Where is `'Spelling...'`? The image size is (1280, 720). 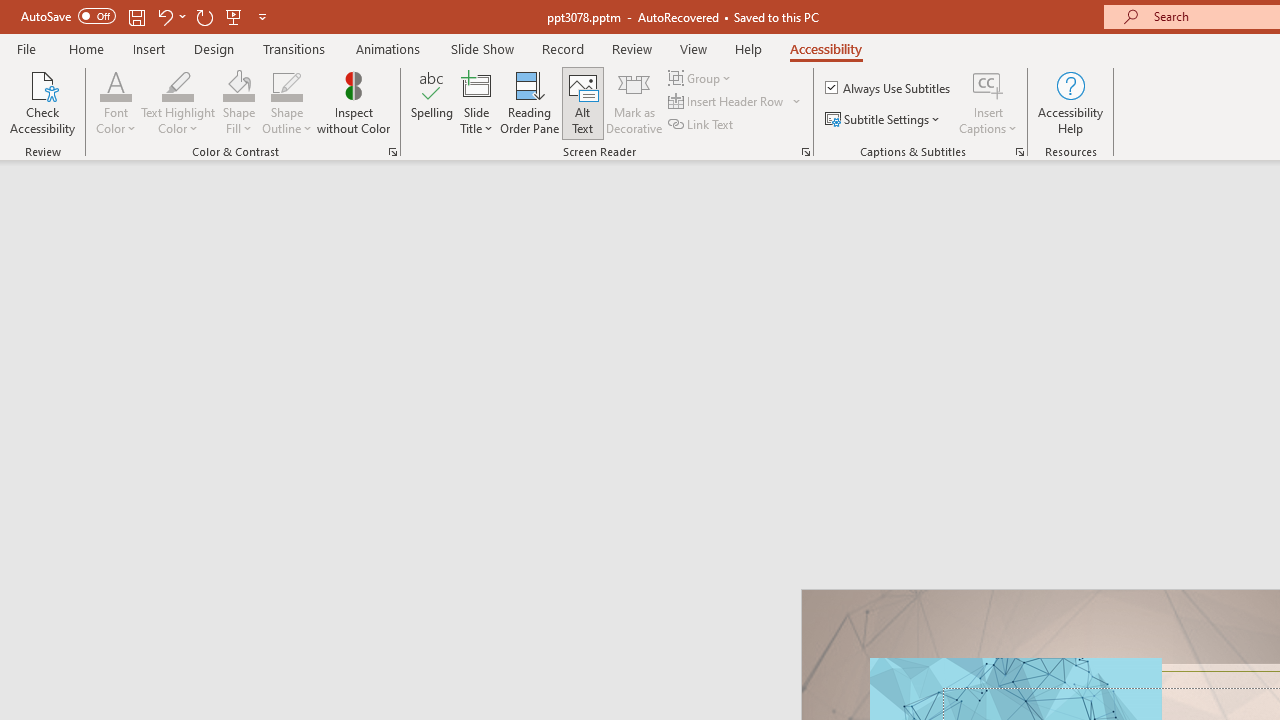
'Spelling...' is located at coordinates (431, 103).